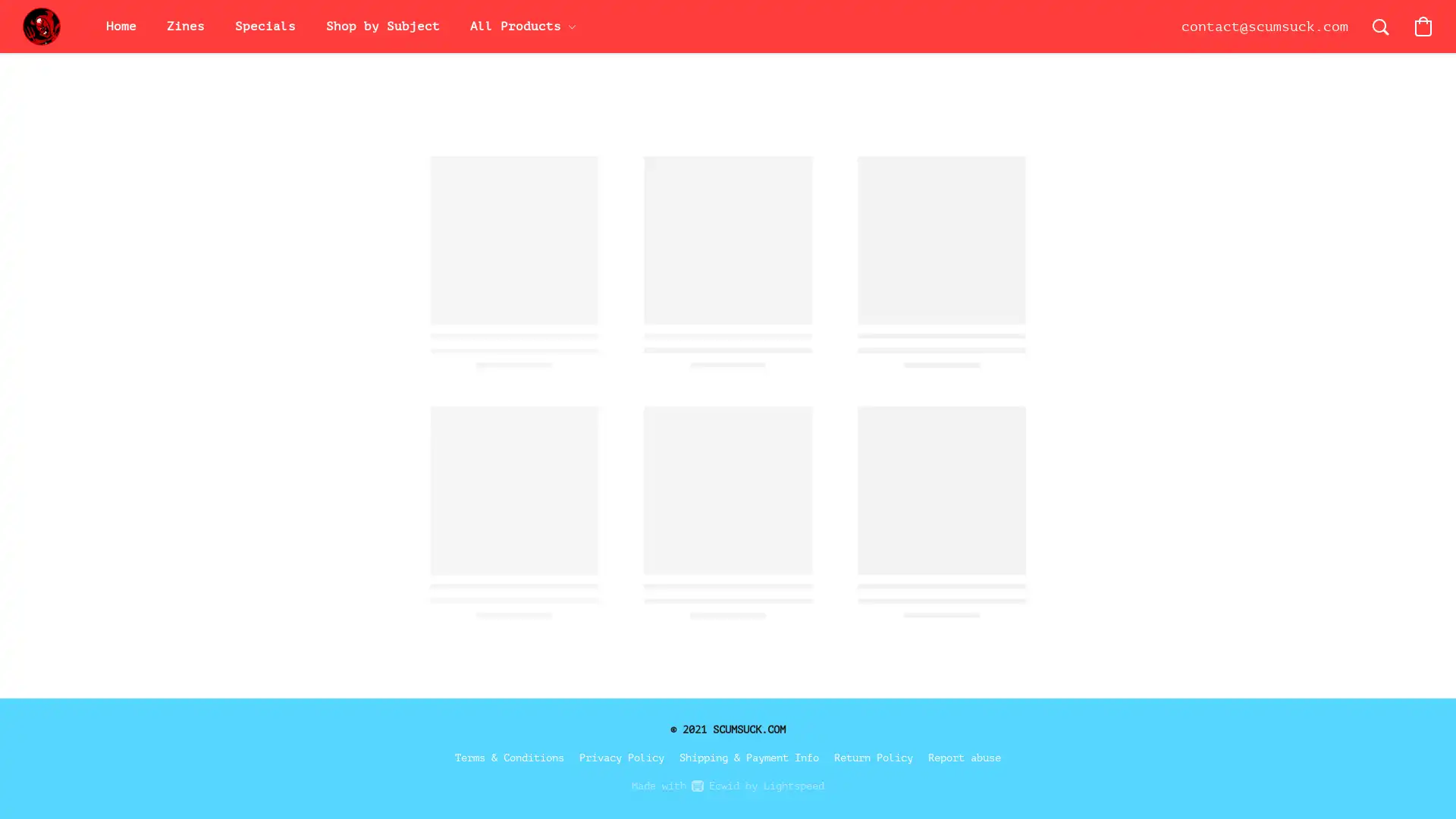 Image resolution: width=1456 pixels, height=819 pixels. I want to click on Add to Bag, so click(993, 564).